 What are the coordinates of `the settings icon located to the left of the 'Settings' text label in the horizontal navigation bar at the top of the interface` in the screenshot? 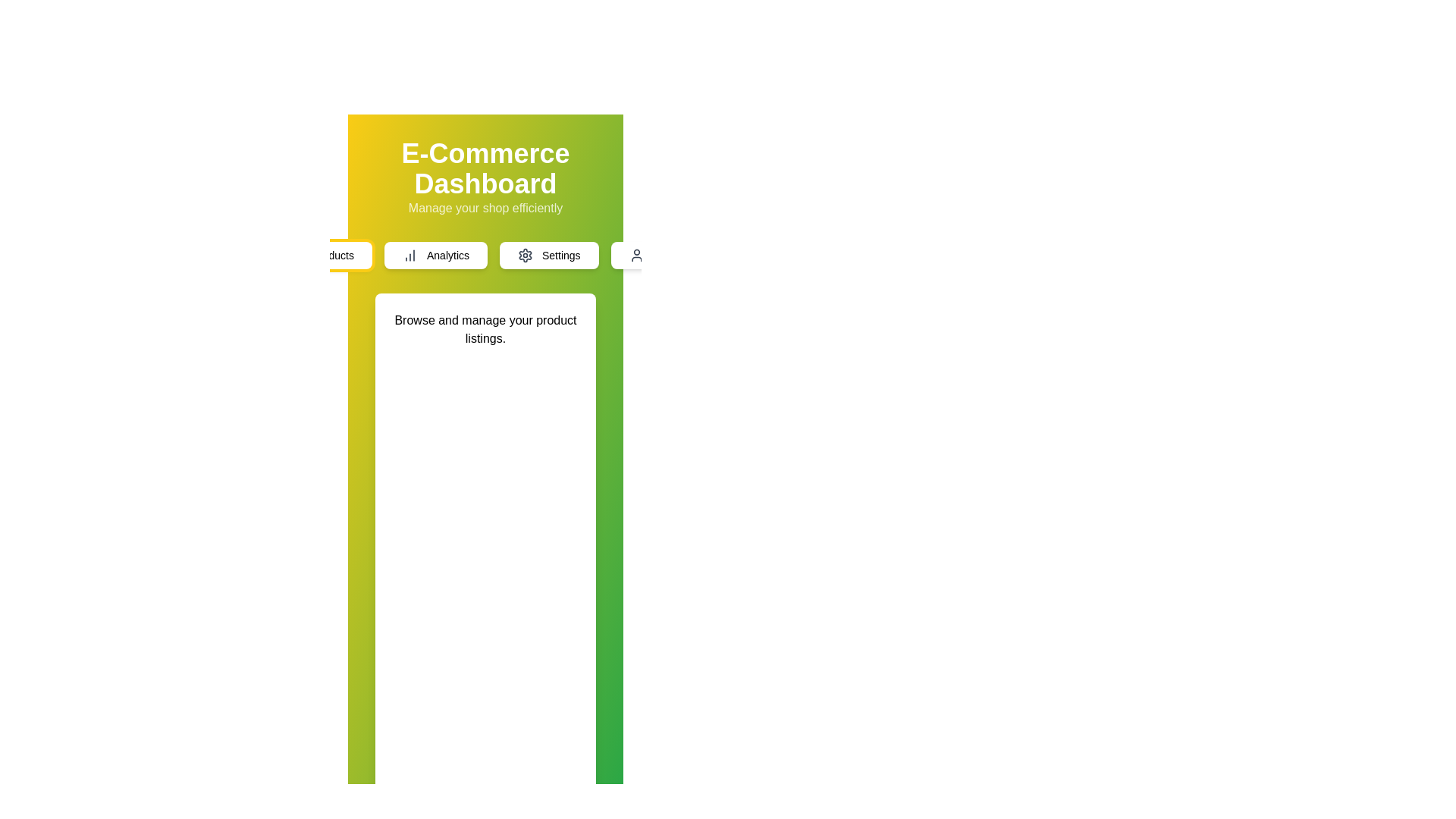 It's located at (525, 254).